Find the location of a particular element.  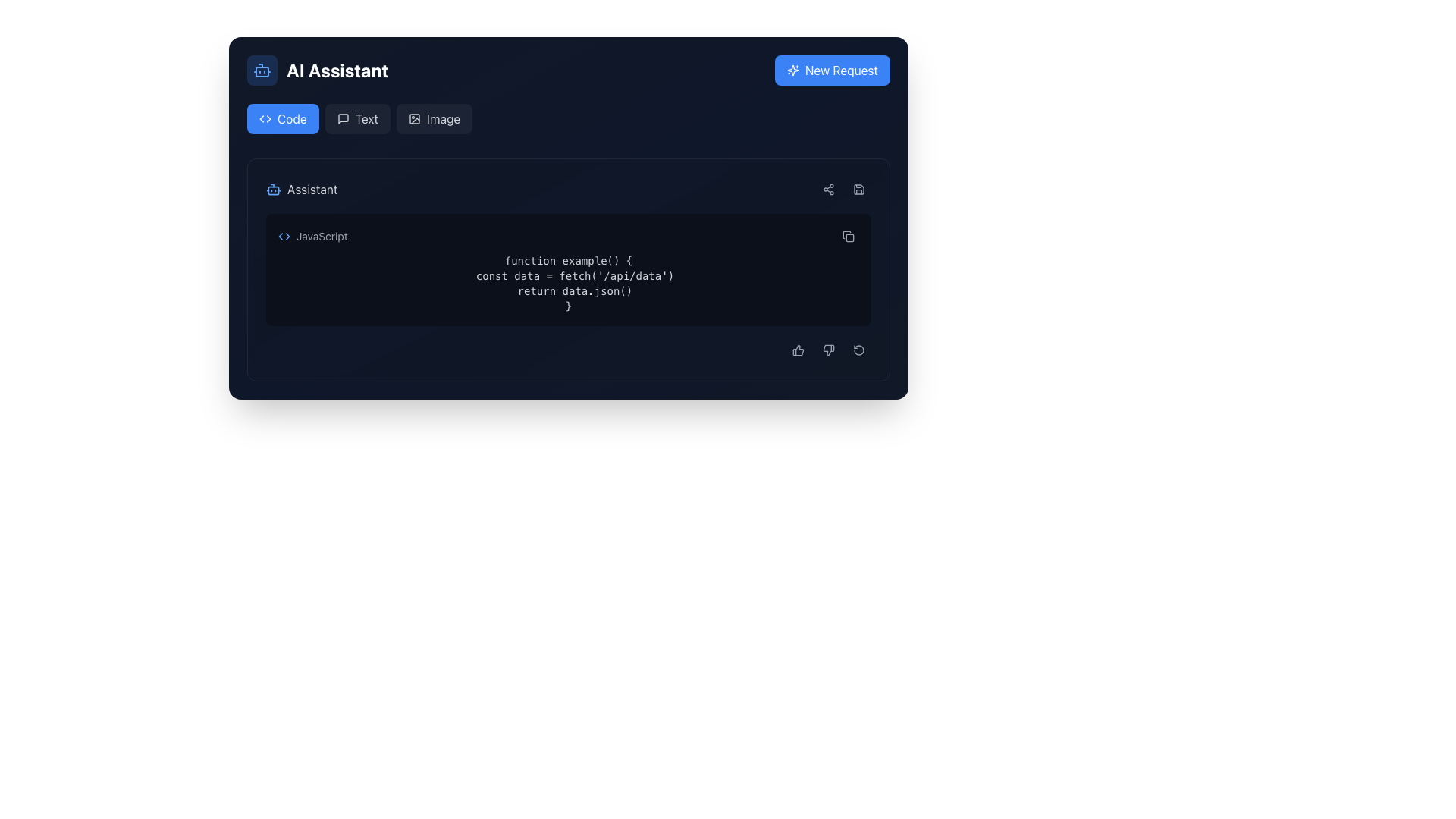

the small photograph icon that is part of the 'Image' button located in the middle-right part of the interface is located at coordinates (415, 118).